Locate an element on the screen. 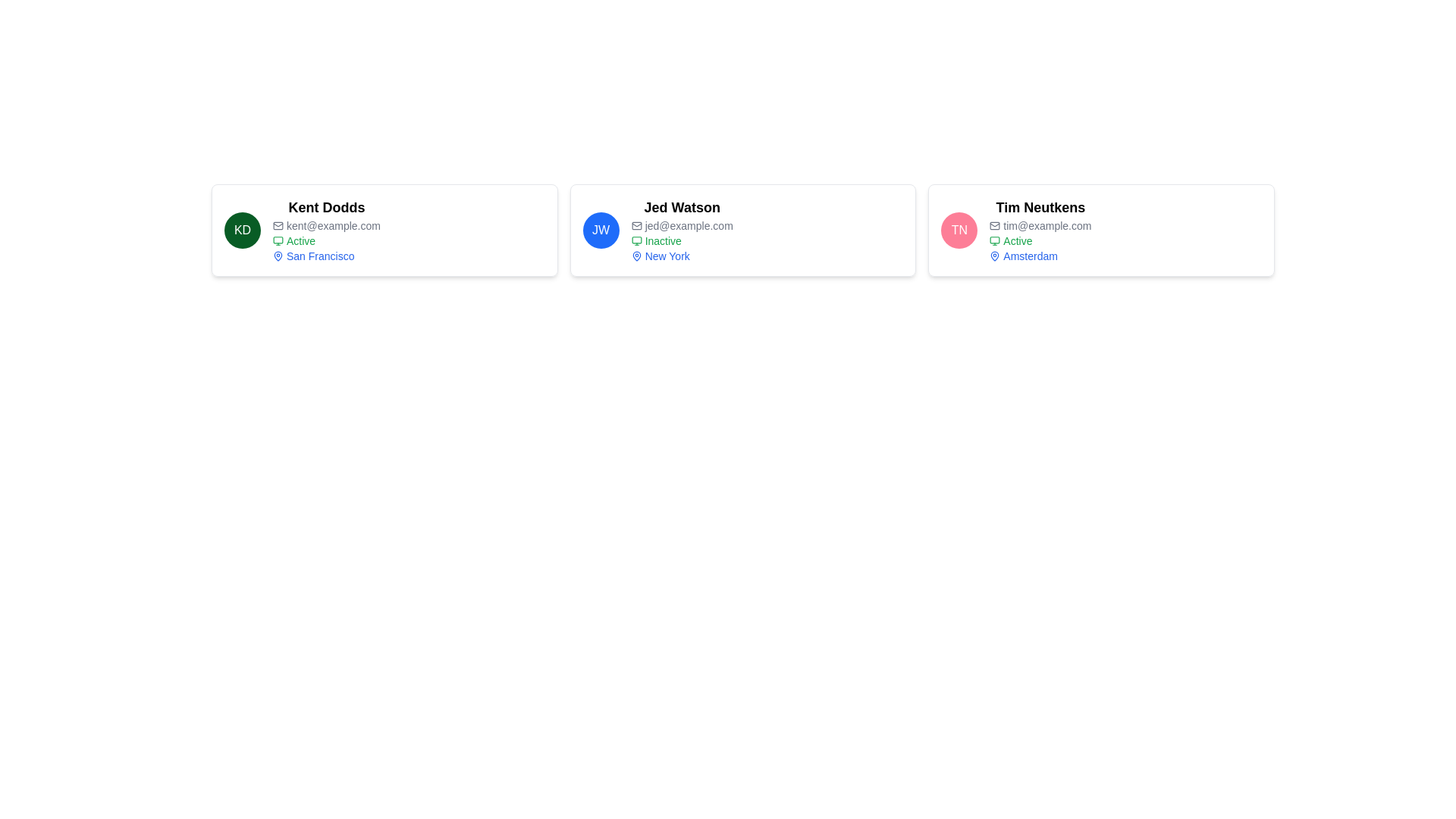 This screenshot has width=1456, height=819. the blue circular map pin icon located to the left of the text 'Amsterdam' is located at coordinates (995, 256).